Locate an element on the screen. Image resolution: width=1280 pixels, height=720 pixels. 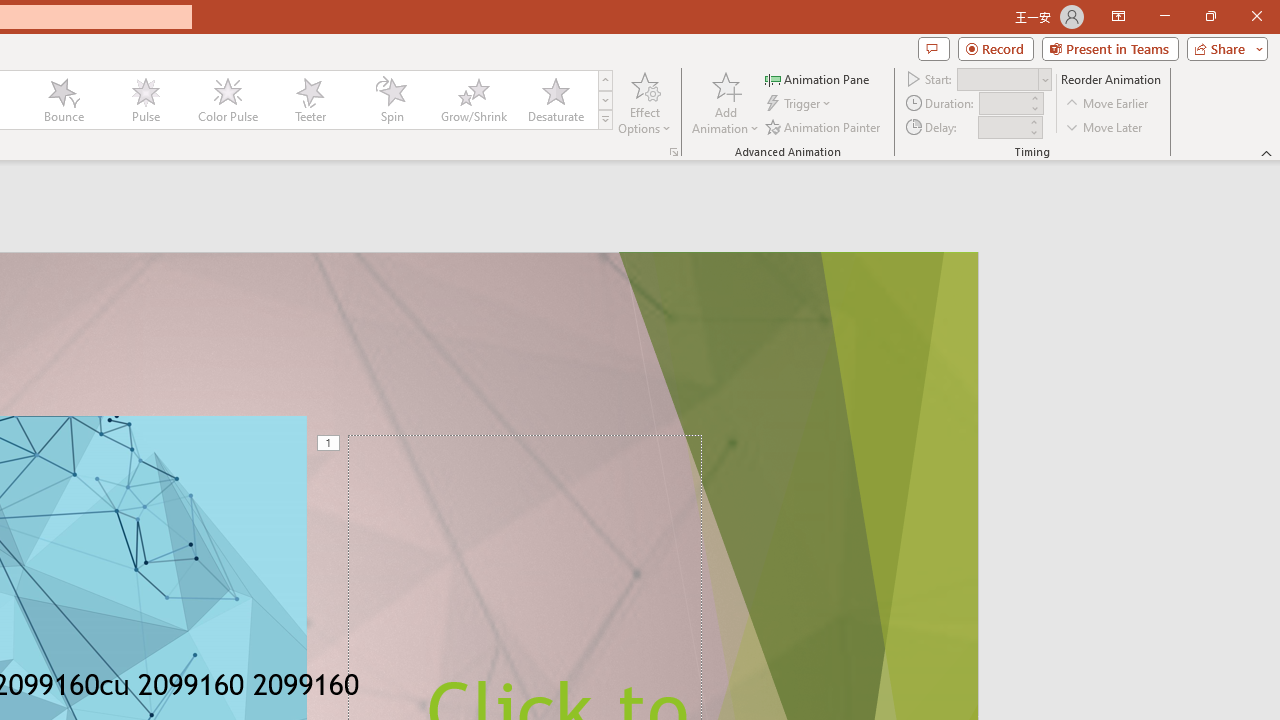
'Add Animation' is located at coordinates (724, 103).